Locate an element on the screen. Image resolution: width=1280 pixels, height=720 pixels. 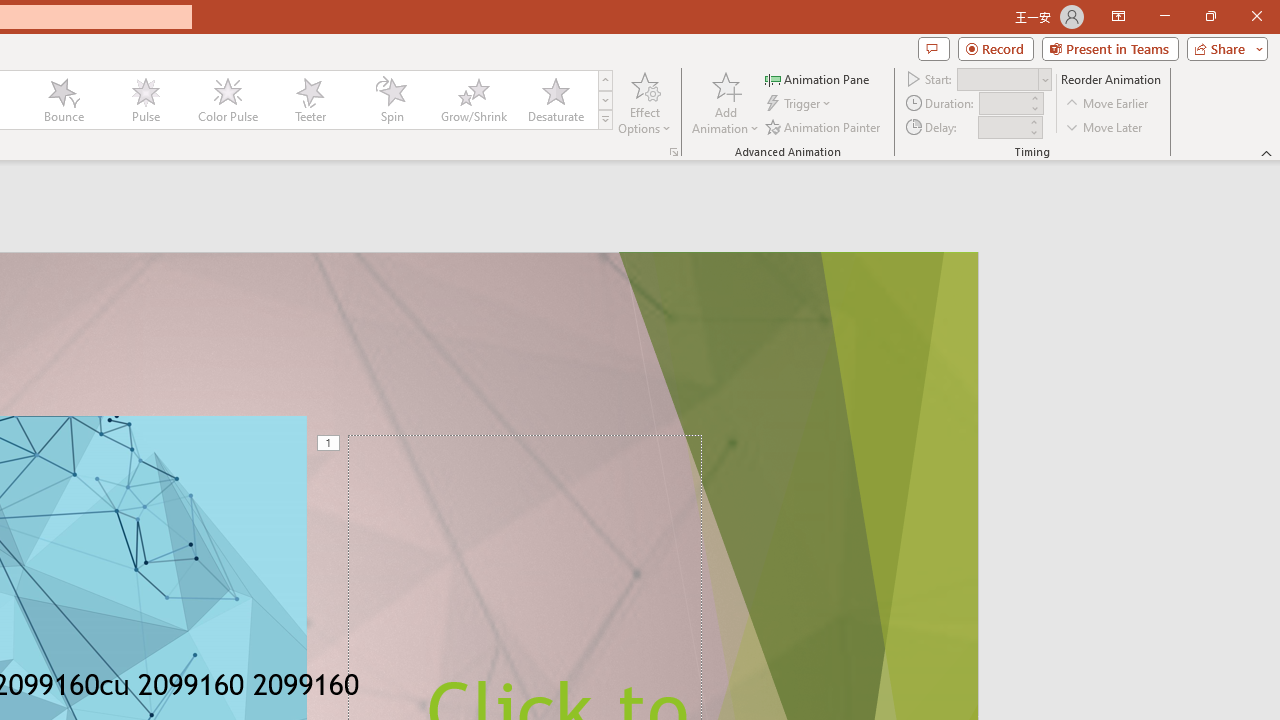
'Add Animation' is located at coordinates (724, 103).